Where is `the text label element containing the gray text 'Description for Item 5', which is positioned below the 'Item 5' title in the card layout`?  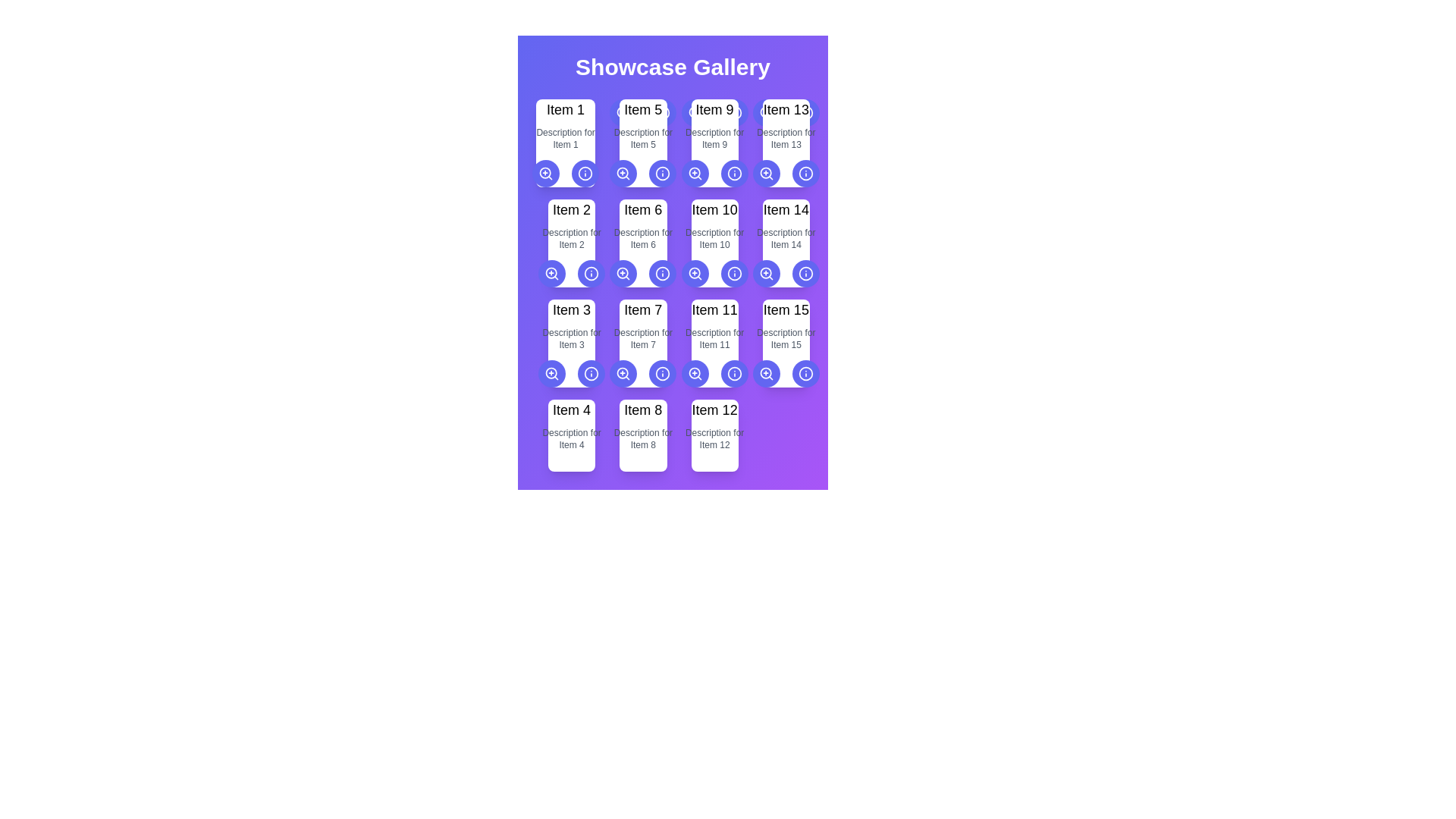
the text label element containing the gray text 'Description for Item 5', which is positioned below the 'Item 5' title in the card layout is located at coordinates (643, 138).